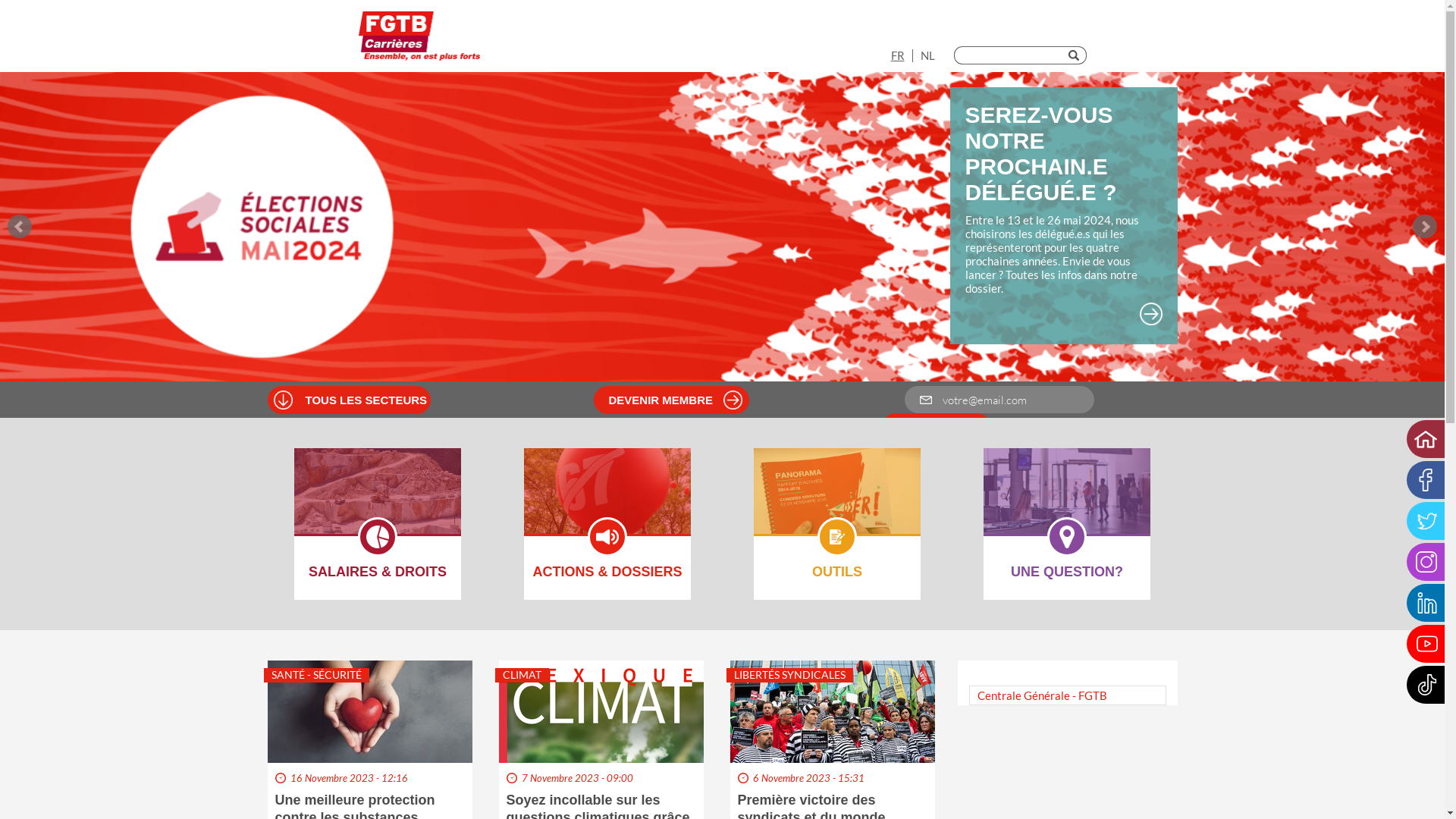 This screenshot has width=1456, height=819. What do you see at coordinates (677, 399) in the screenshot?
I see `'DEVENIR MEMBRE'` at bounding box center [677, 399].